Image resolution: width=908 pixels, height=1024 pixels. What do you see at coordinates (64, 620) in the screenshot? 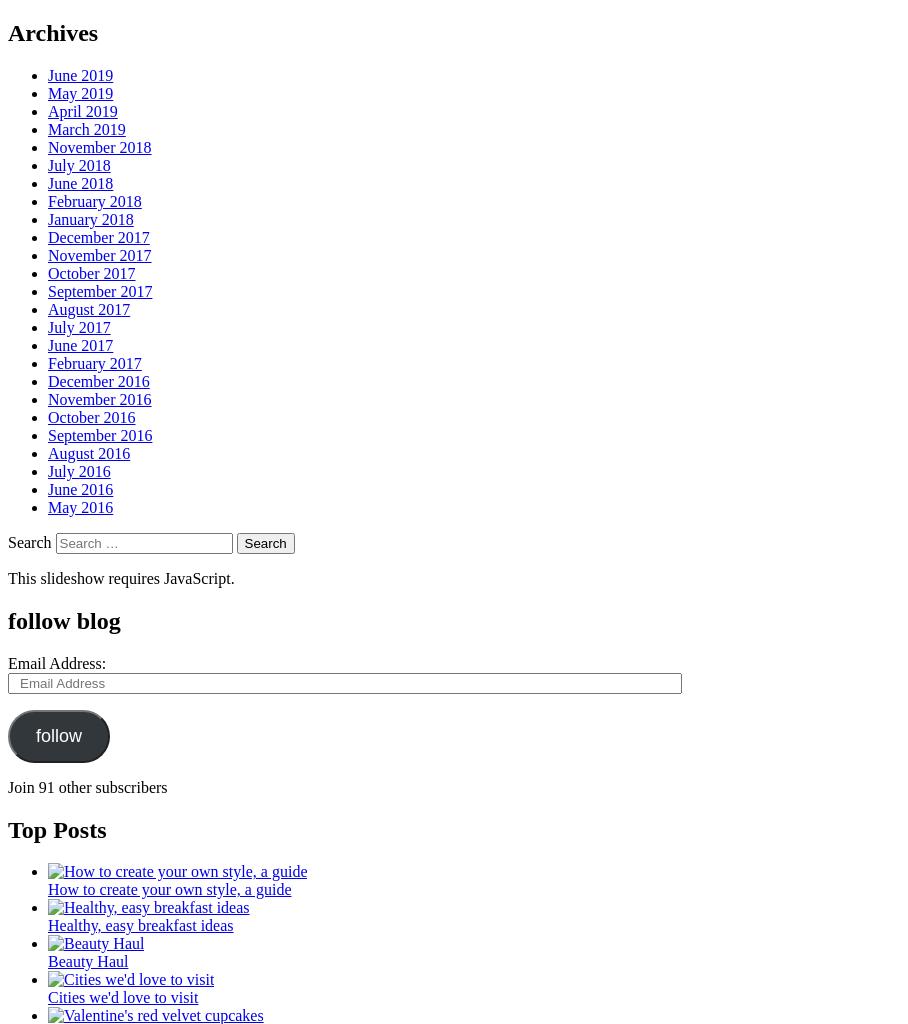
I see `'follow blog'` at bounding box center [64, 620].